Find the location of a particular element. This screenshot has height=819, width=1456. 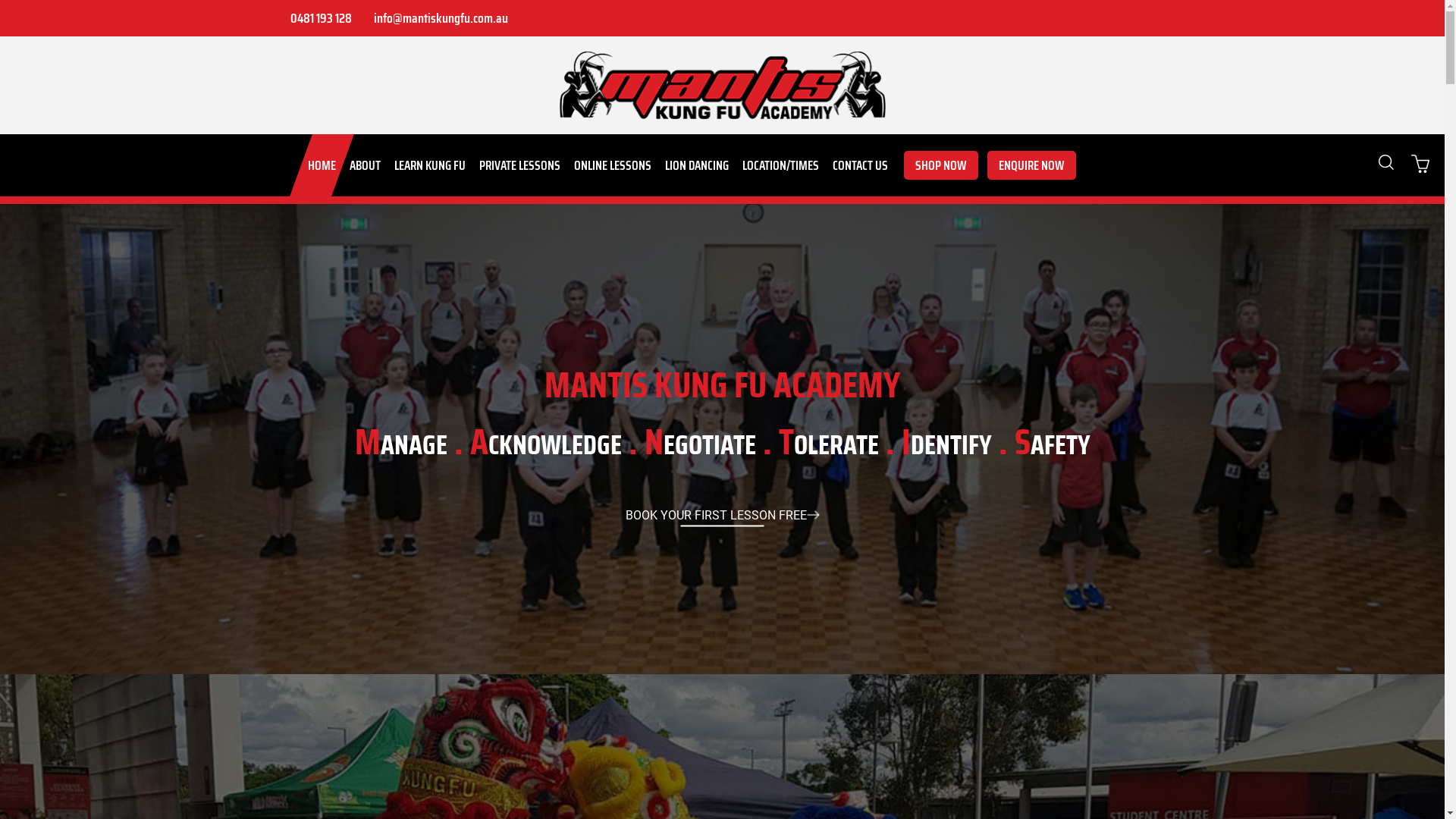

'HOME' is located at coordinates (320, 165).